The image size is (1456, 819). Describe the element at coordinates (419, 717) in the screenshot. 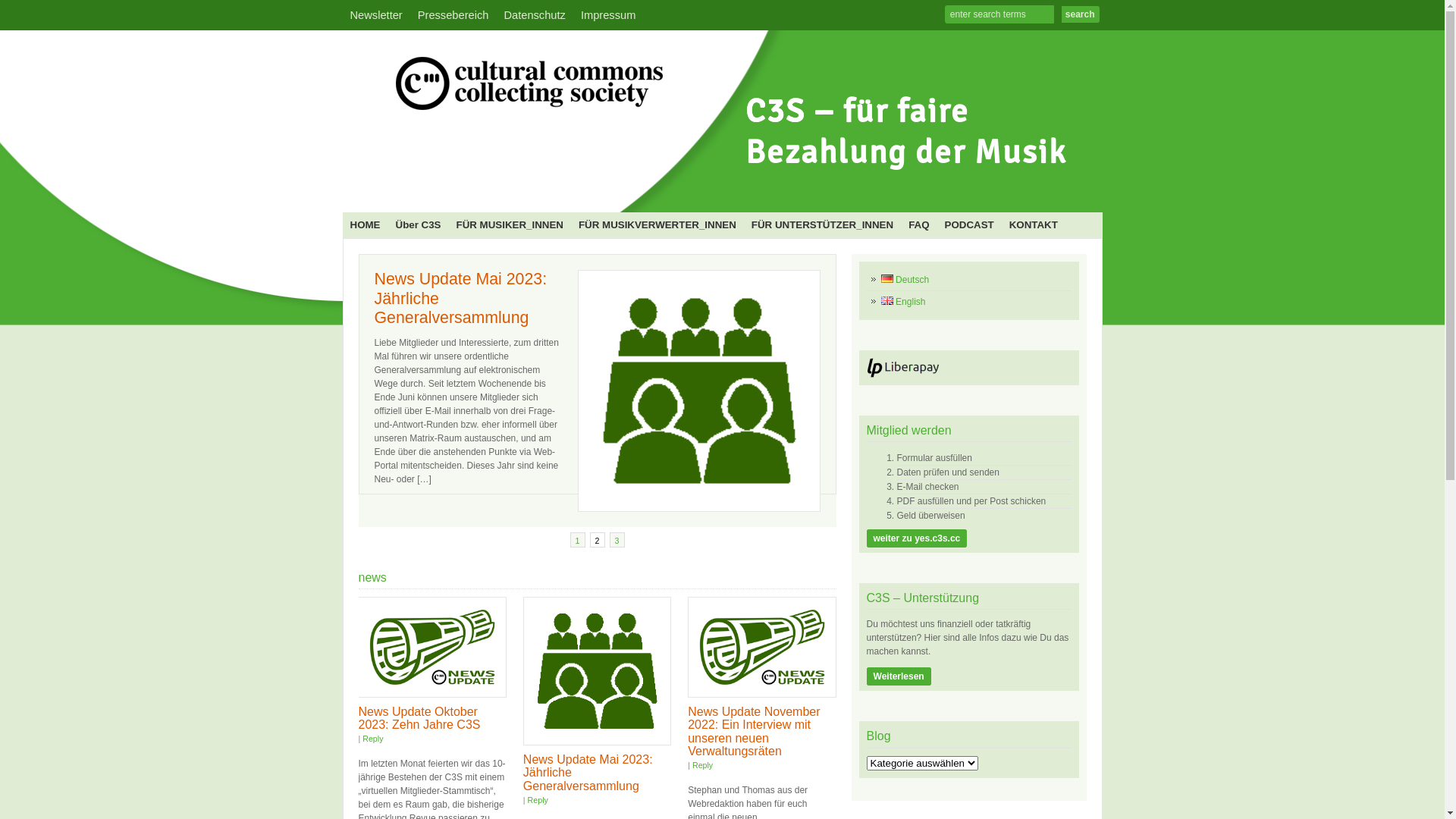

I see `'News Update Oktober 2023: Zehn Jahre C3S'` at that location.